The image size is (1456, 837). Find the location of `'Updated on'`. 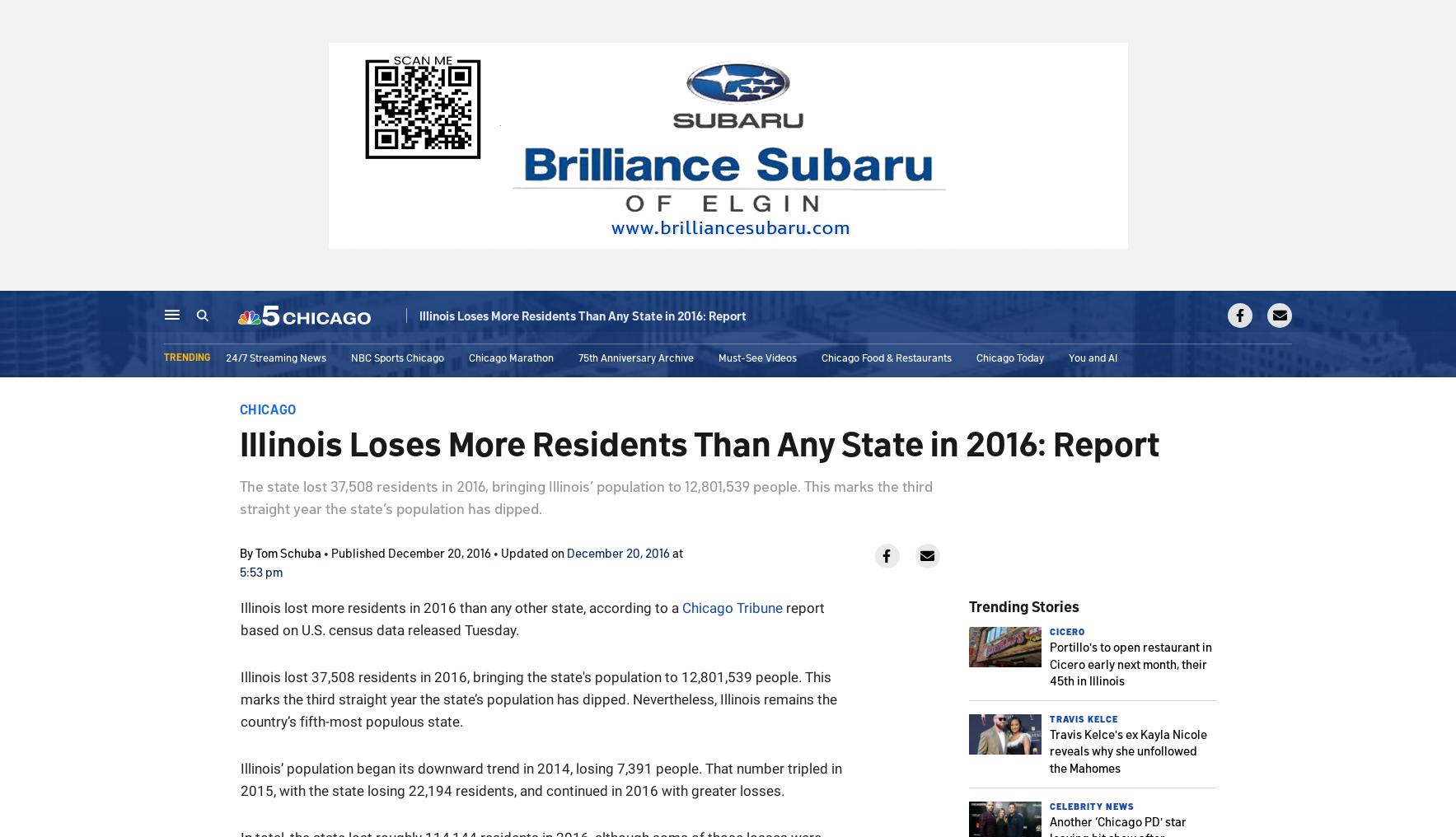

'Updated on' is located at coordinates (532, 551).